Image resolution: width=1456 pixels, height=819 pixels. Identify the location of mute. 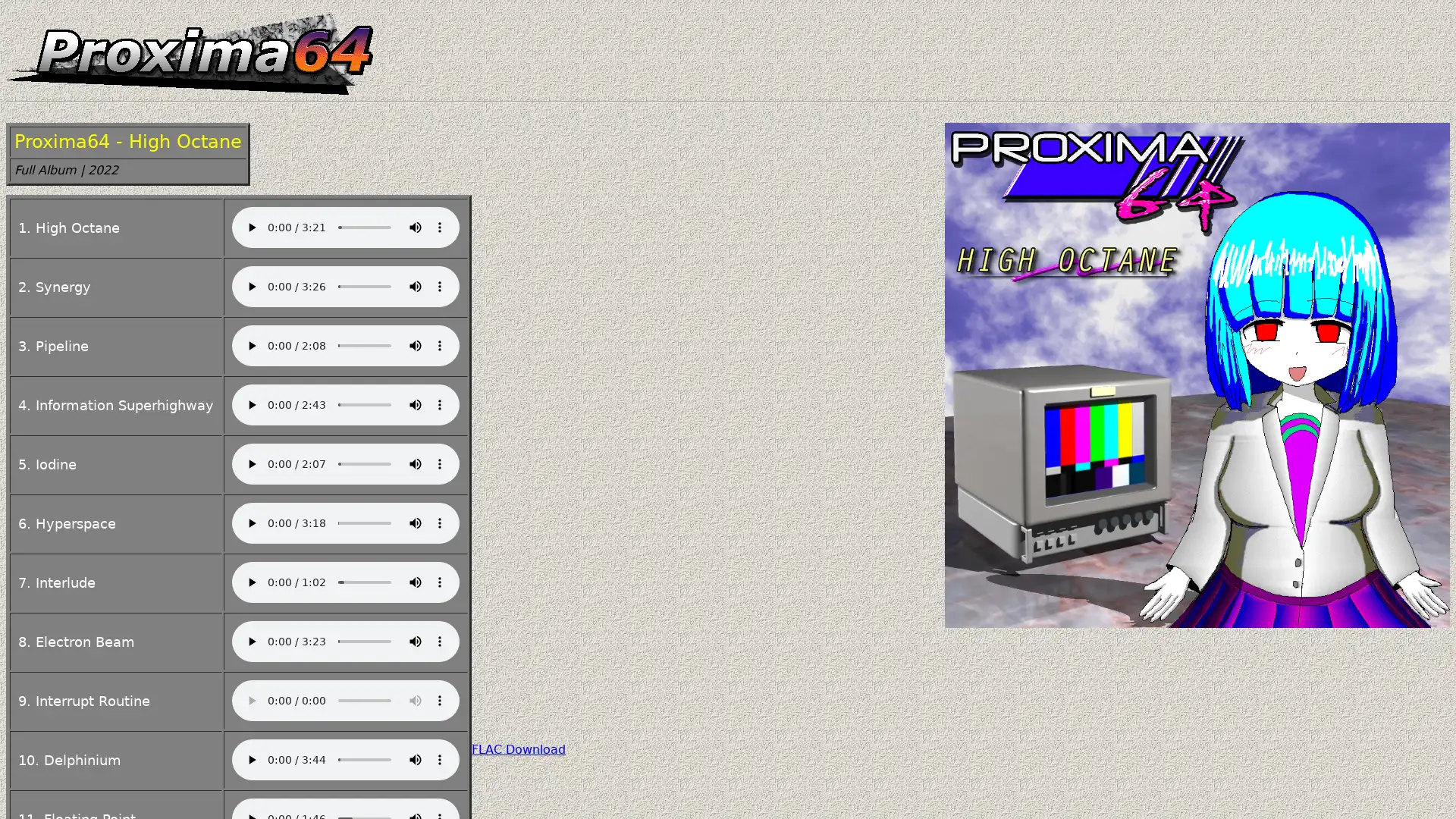
(415, 701).